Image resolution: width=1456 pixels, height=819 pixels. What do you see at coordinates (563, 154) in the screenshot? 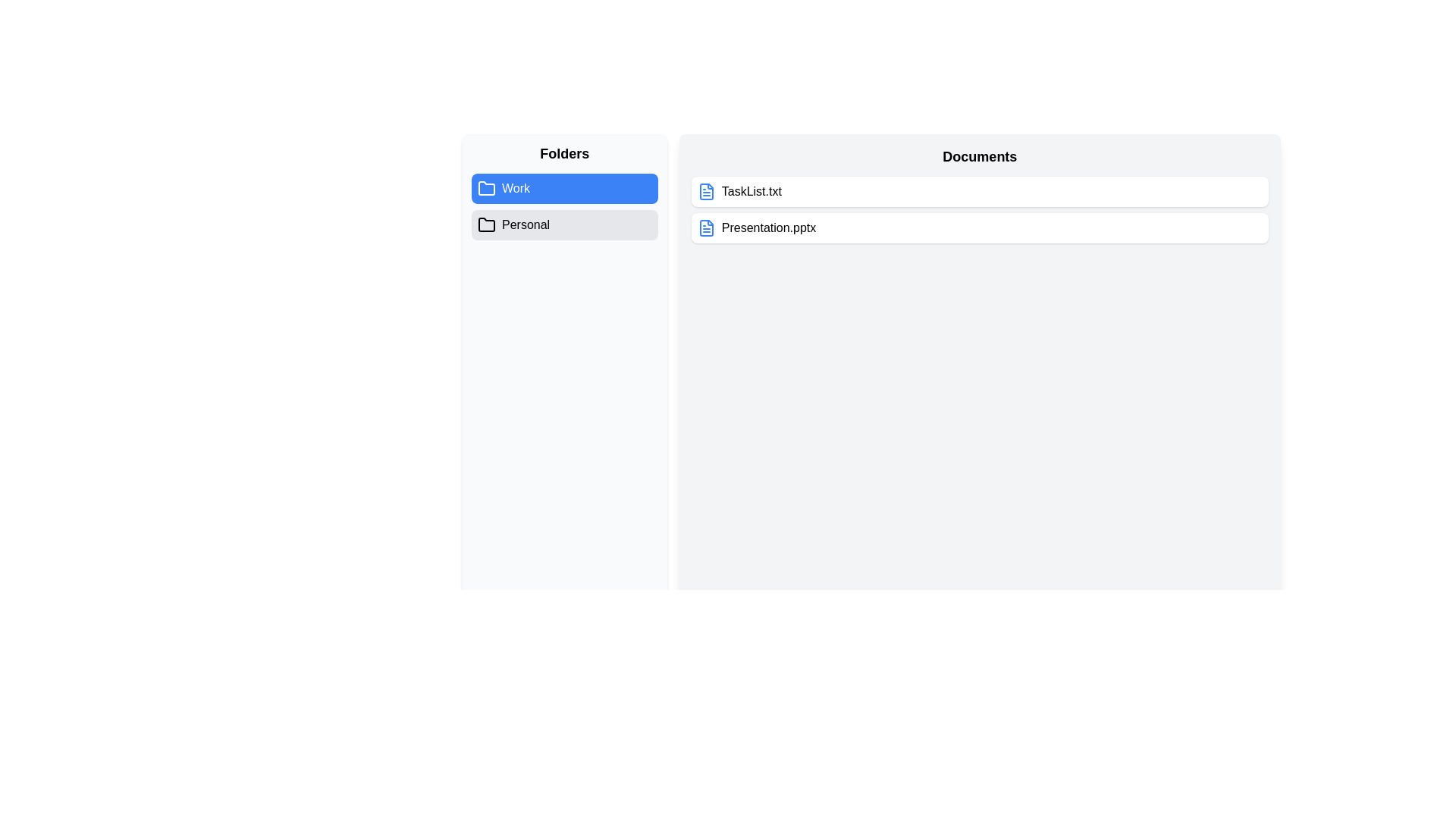
I see `the bold text label displaying 'Folders' located at the top of the sidebar section on the left side of the user interface` at bounding box center [563, 154].